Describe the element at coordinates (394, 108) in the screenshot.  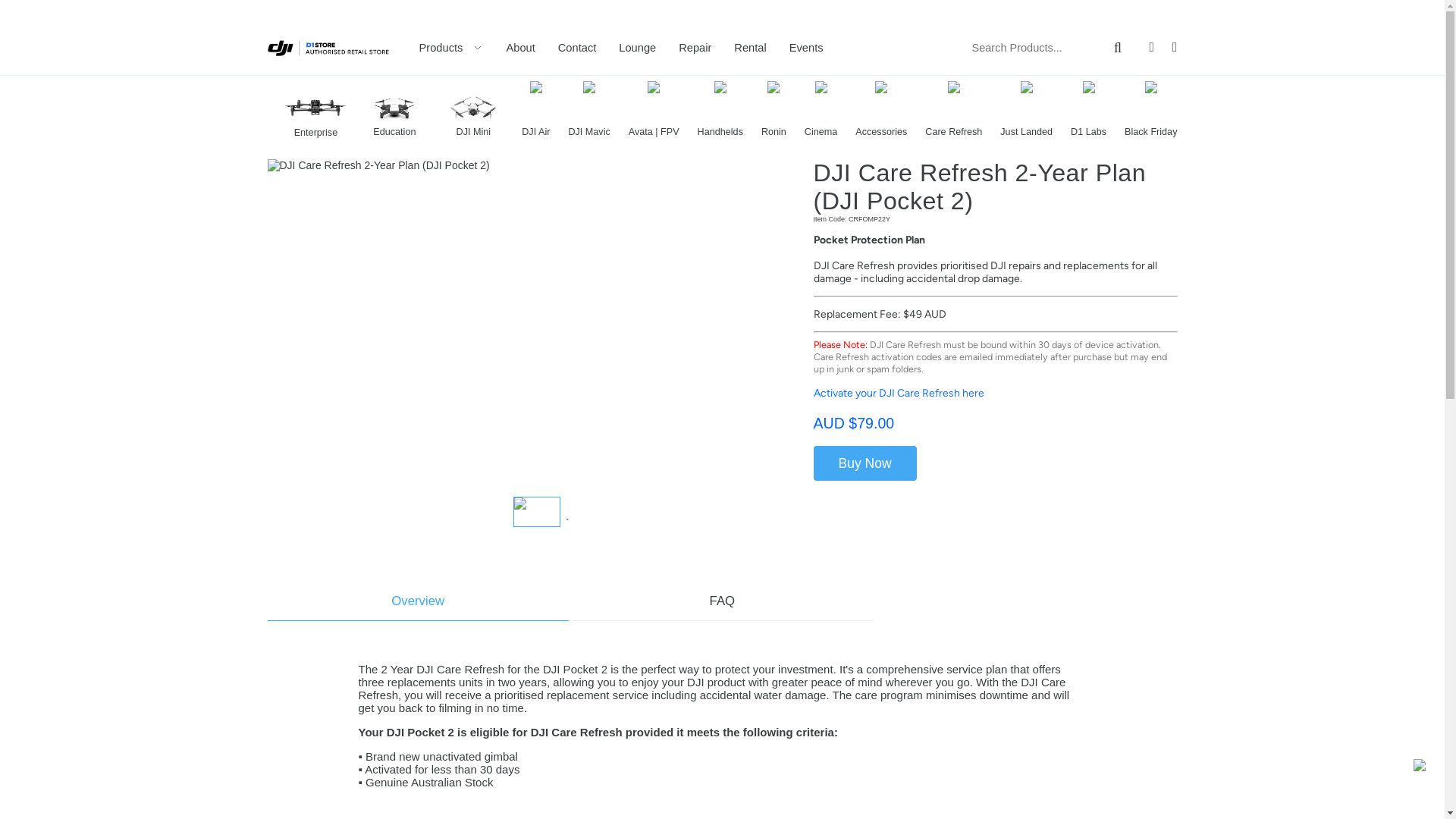
I see `'Education'` at that location.